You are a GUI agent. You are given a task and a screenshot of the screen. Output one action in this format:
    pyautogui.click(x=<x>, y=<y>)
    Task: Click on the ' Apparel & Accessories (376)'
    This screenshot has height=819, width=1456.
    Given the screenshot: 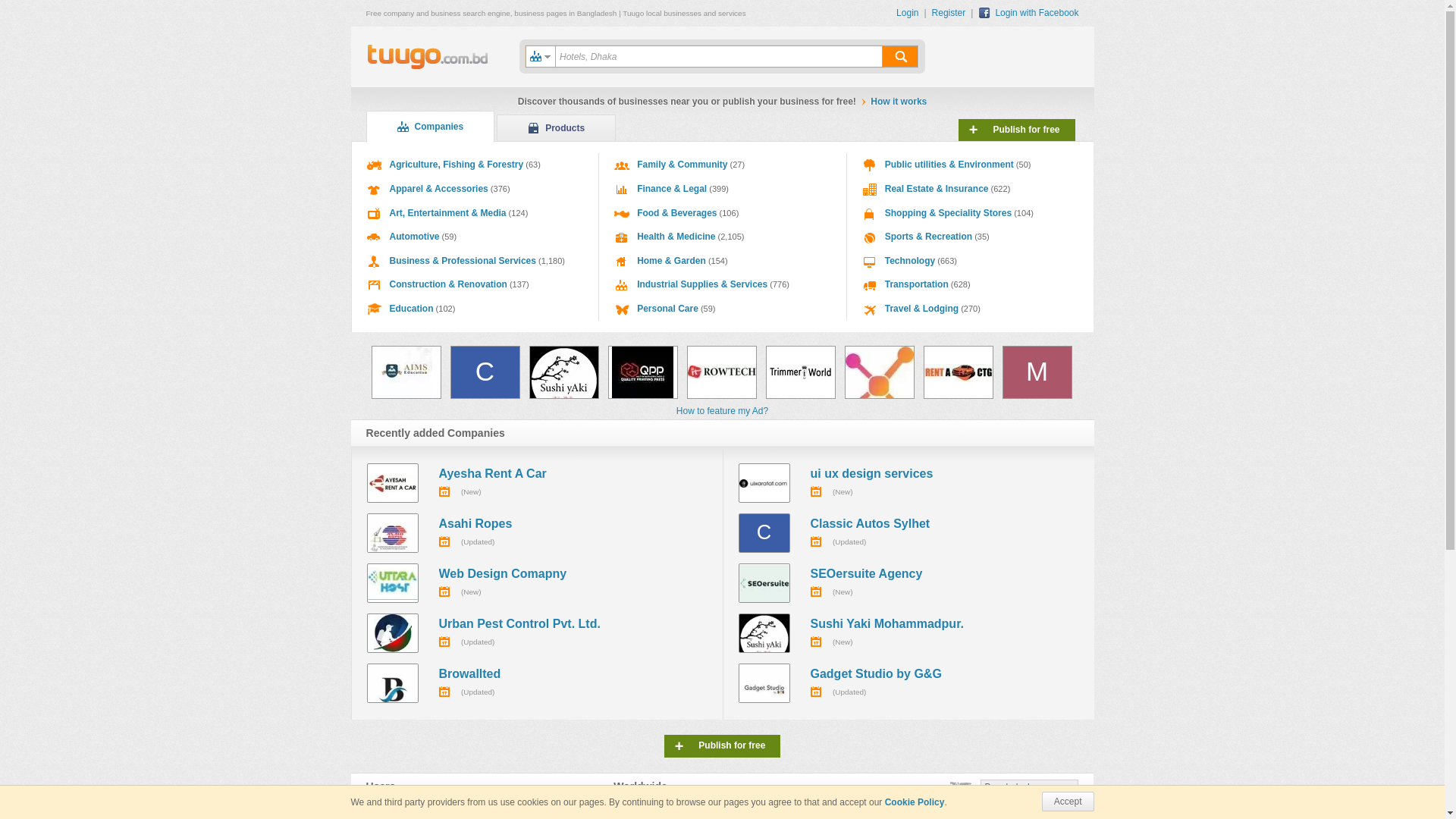 What is the action you would take?
    pyautogui.click(x=475, y=189)
    